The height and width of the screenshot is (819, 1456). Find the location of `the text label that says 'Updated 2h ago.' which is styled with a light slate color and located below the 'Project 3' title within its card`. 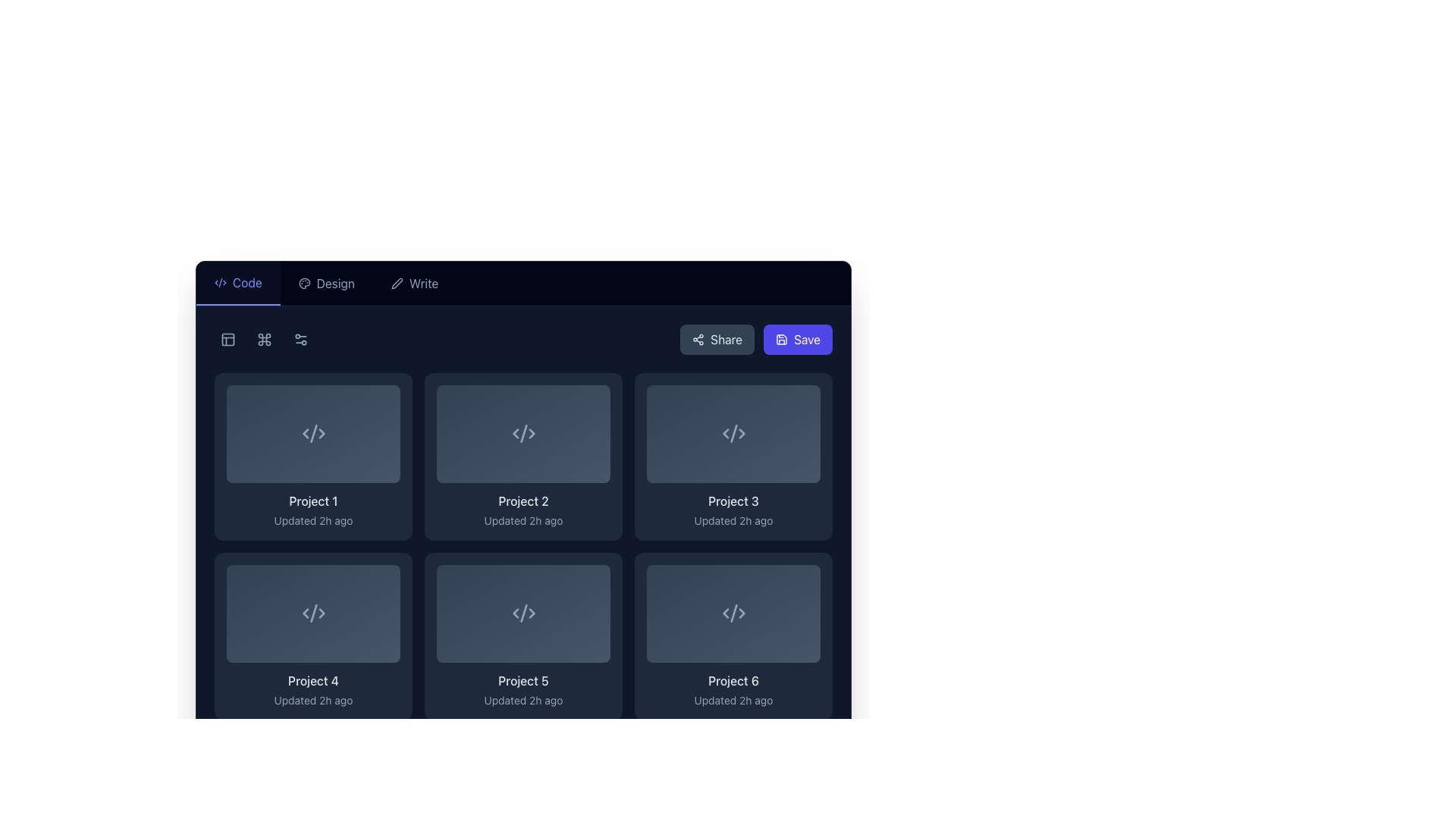

the text label that says 'Updated 2h ago.' which is styled with a light slate color and located below the 'Project 3' title within its card is located at coordinates (733, 519).